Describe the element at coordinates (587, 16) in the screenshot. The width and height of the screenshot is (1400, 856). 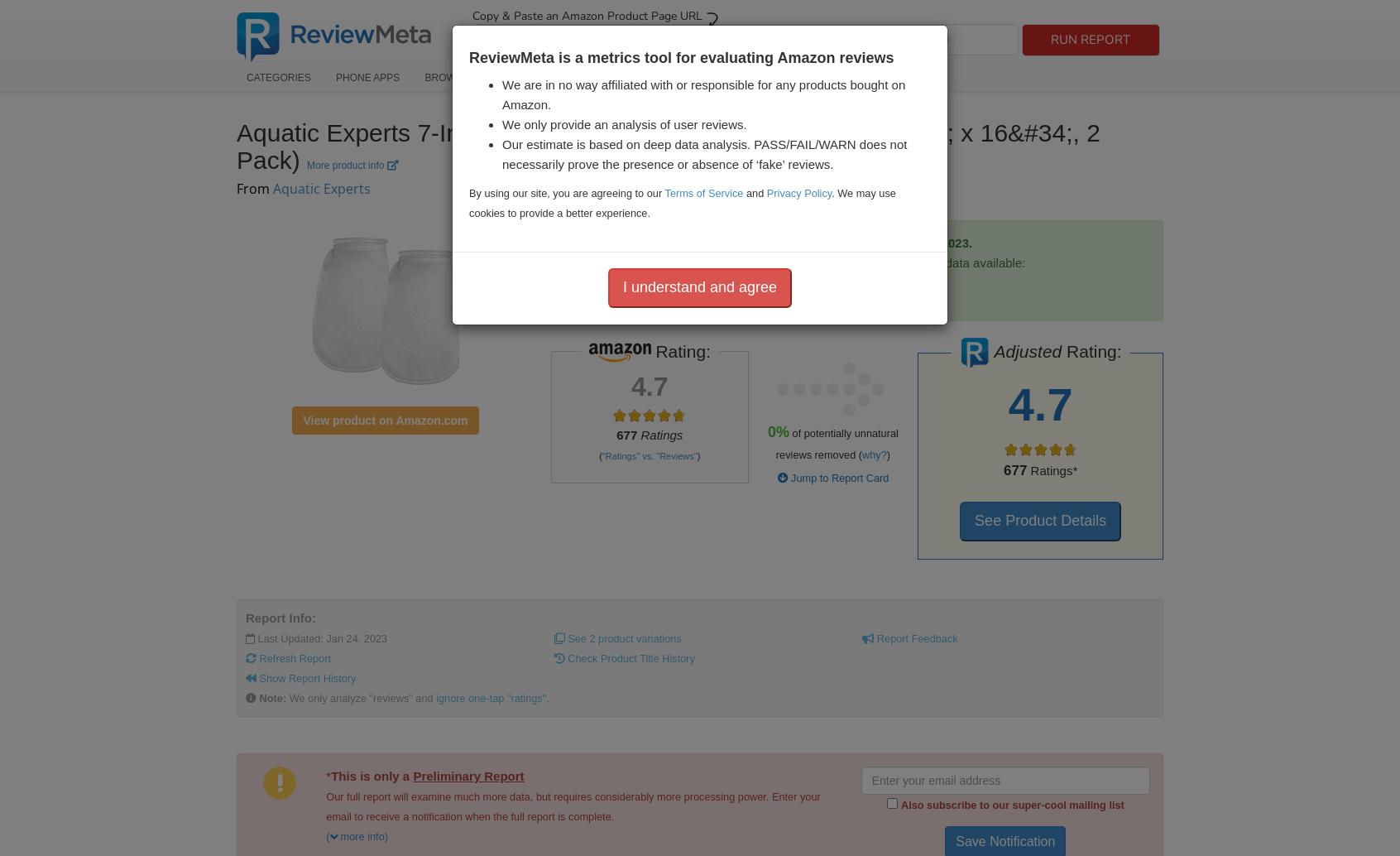
I see `'Copy & Paste an Amazon Product Page URL'` at that location.